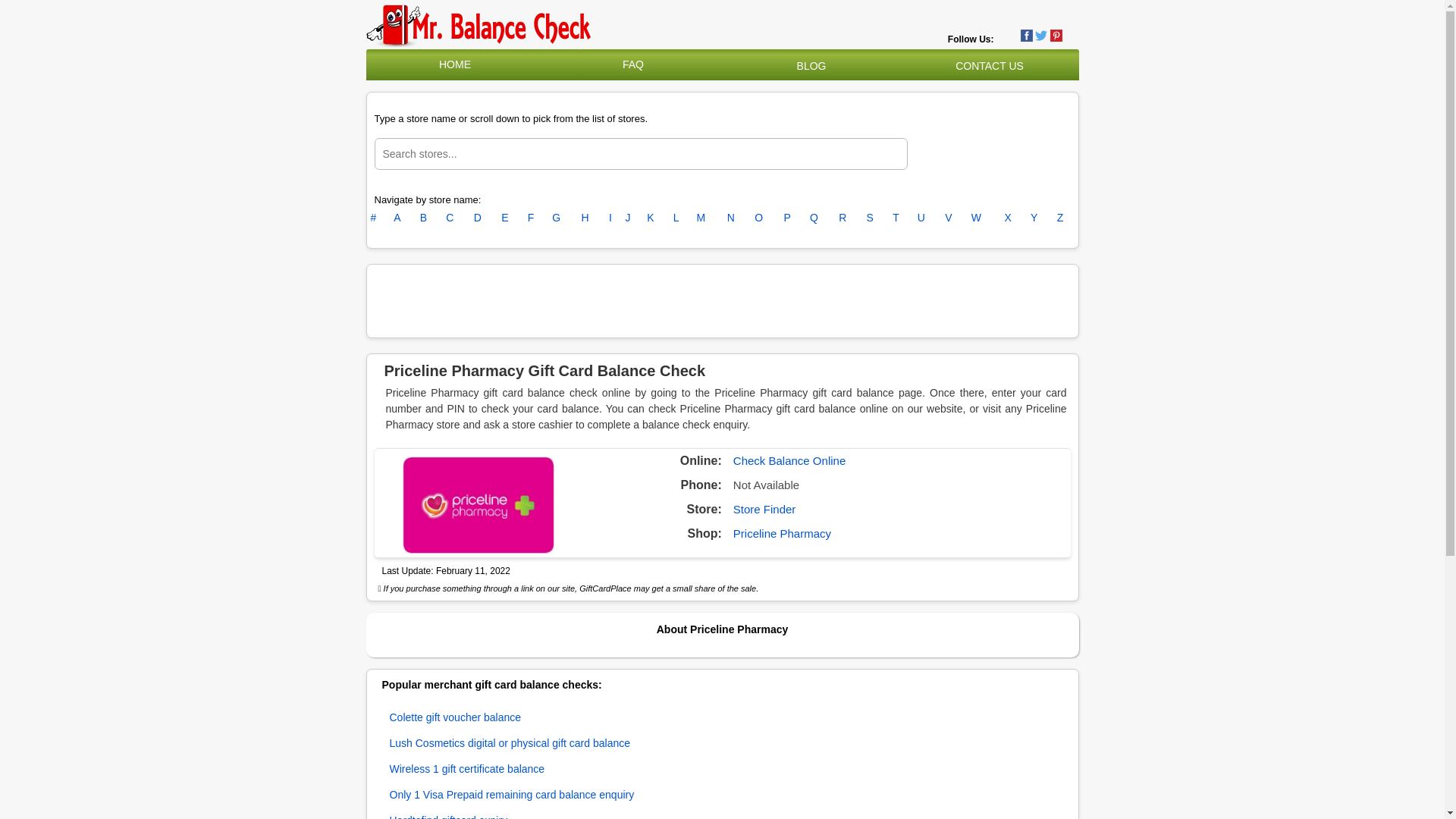 The image size is (1456, 819). I want to click on 'J', so click(625, 217).